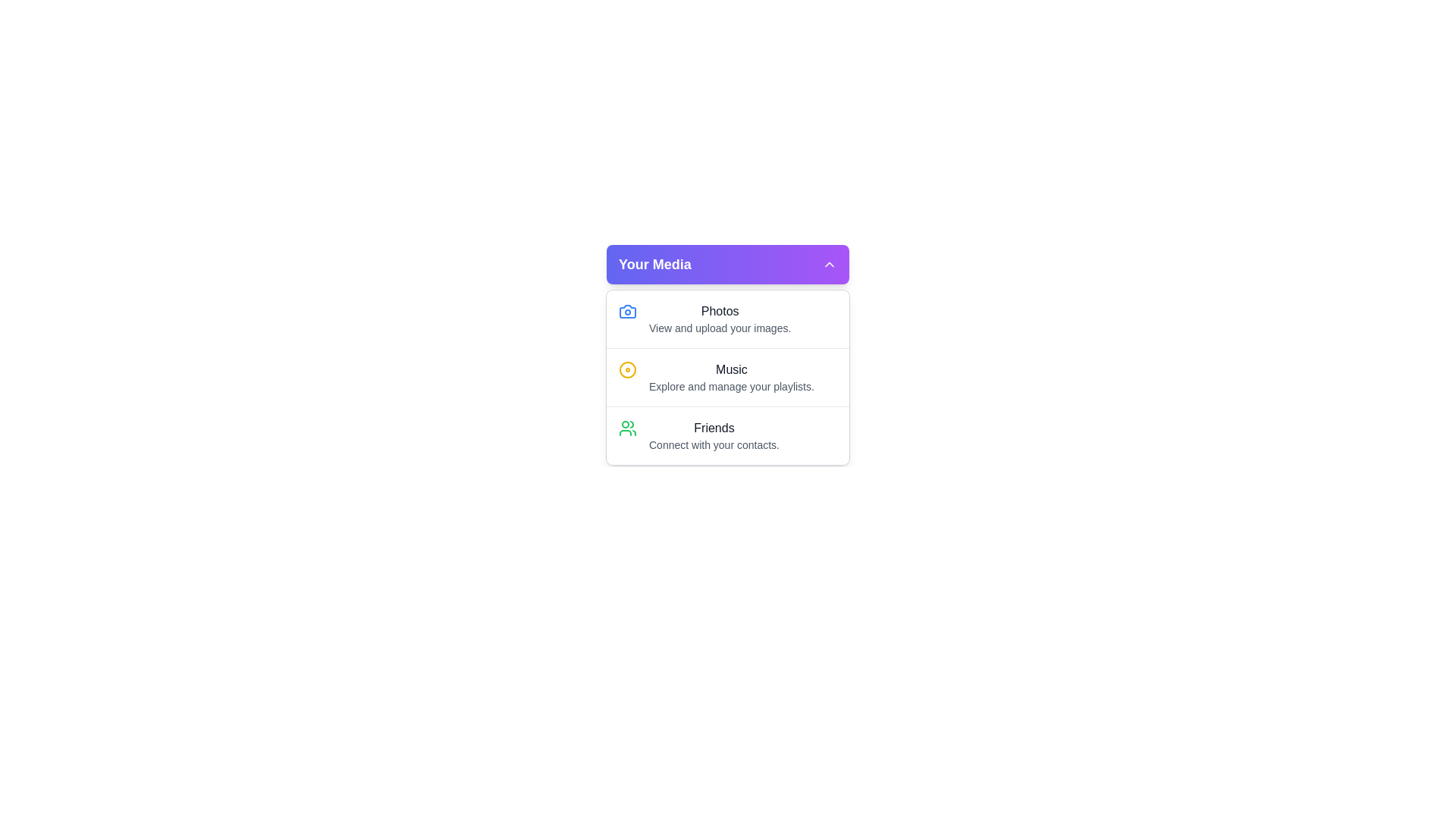 The image size is (1456, 819). Describe the element at coordinates (719, 311) in the screenshot. I see `the Text Label that serves as a title for the photo management section, located above 'View and upload your images.'` at that location.